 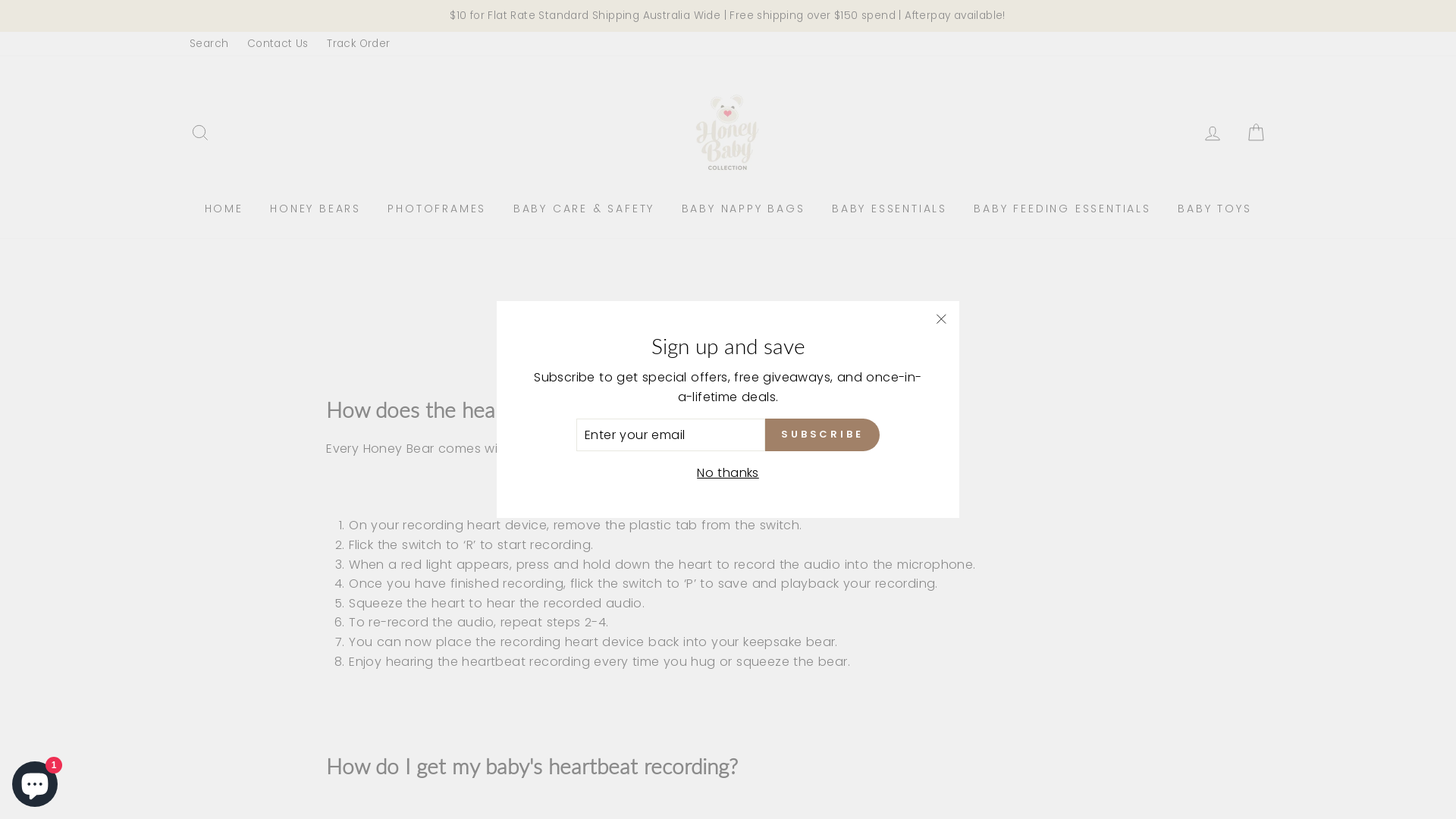 I want to click on 'No thanks', so click(x=728, y=472).